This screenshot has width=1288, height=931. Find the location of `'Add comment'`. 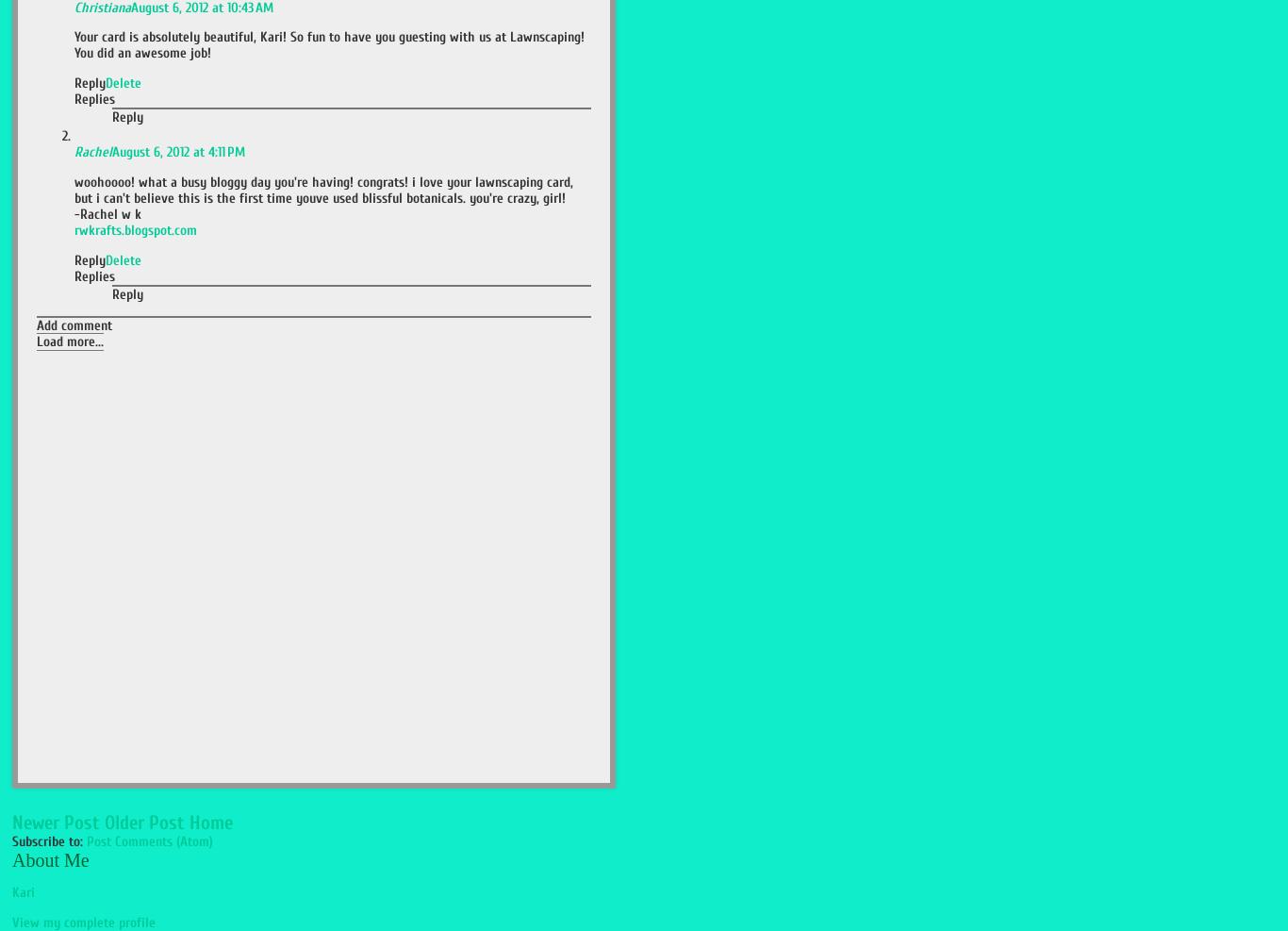

'Add comment' is located at coordinates (74, 324).